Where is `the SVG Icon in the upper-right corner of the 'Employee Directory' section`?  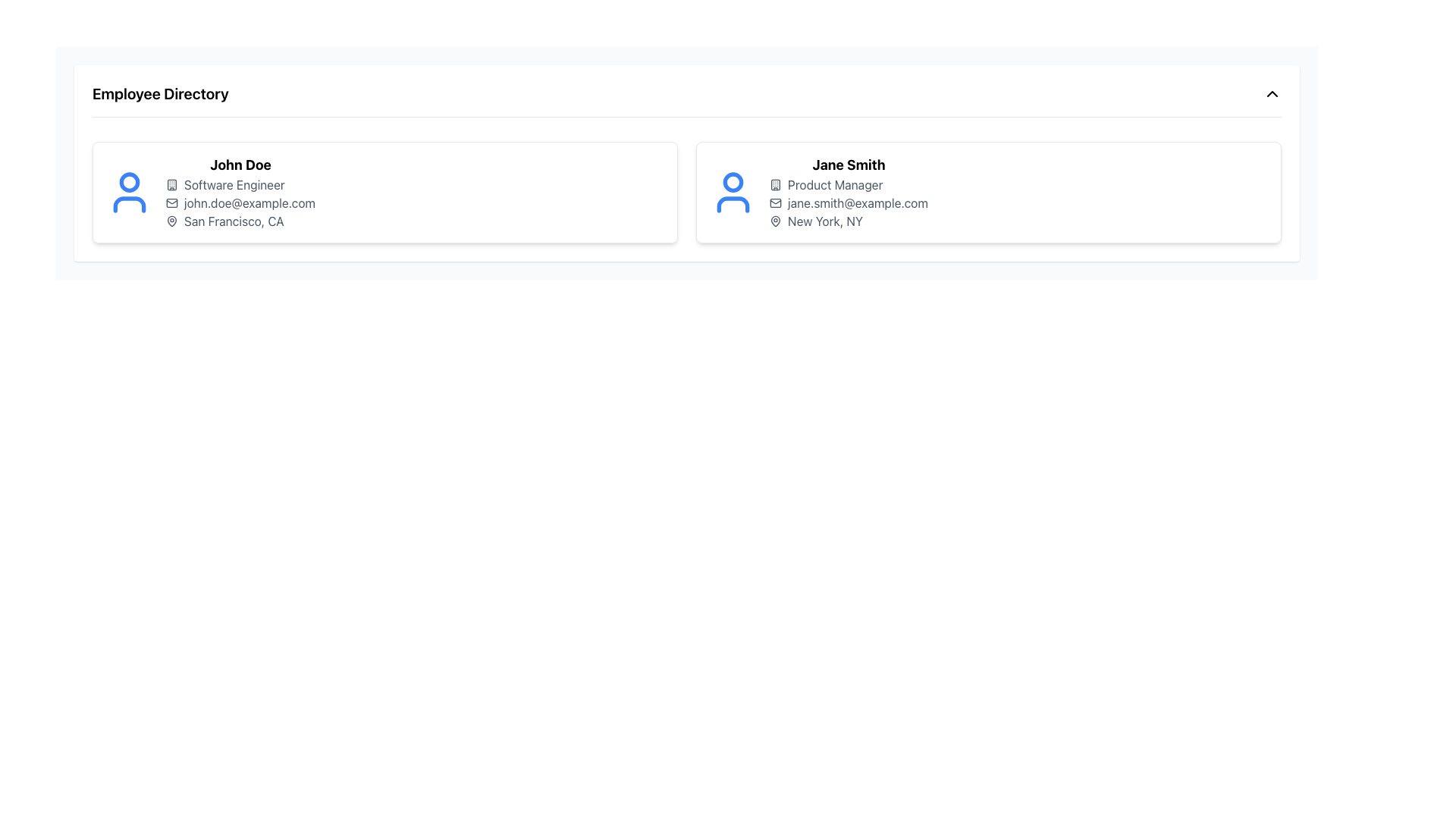 the SVG Icon in the upper-right corner of the 'Employee Directory' section is located at coordinates (1272, 93).